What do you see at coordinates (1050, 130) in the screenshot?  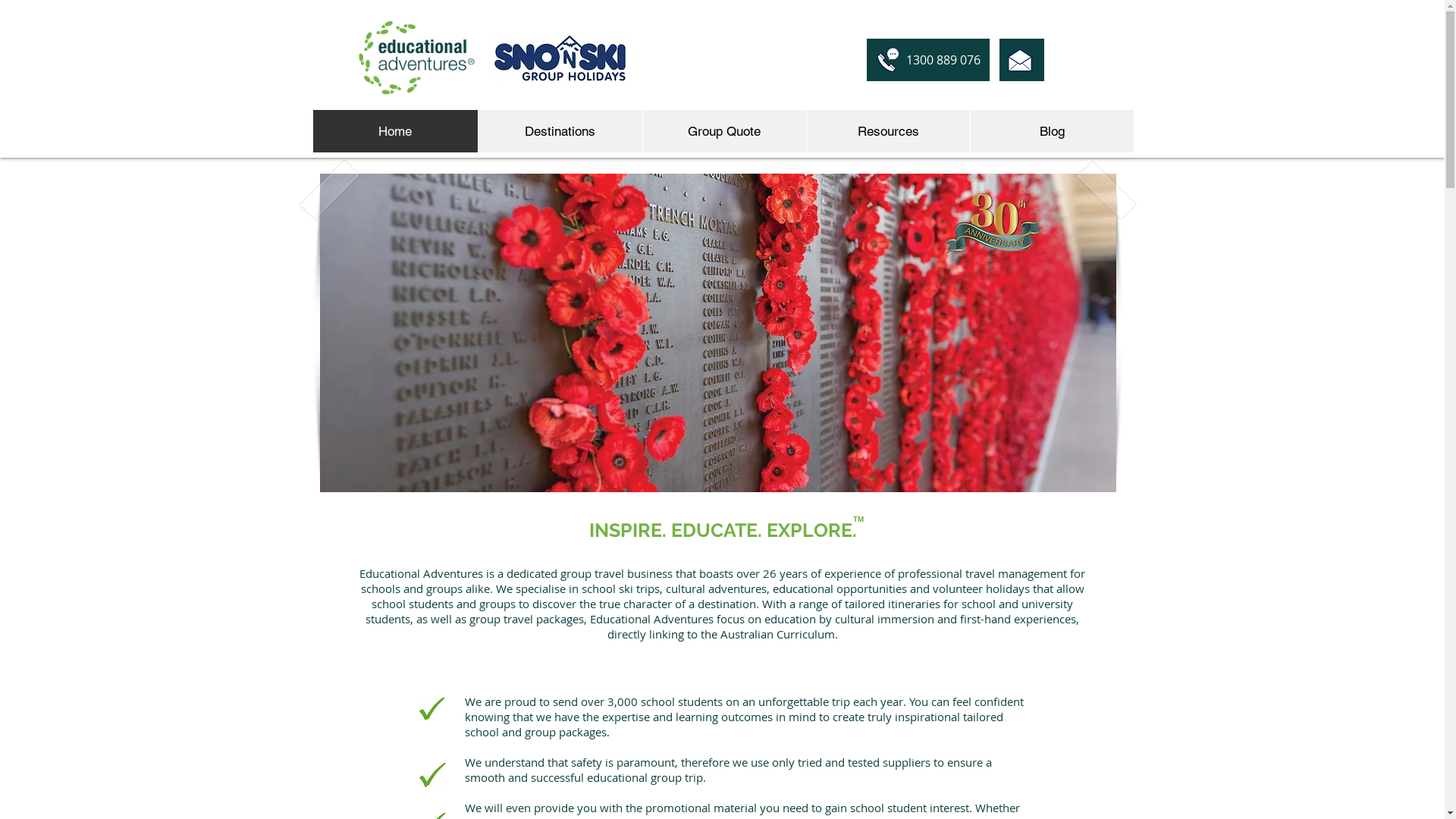 I see `'Blog'` at bounding box center [1050, 130].